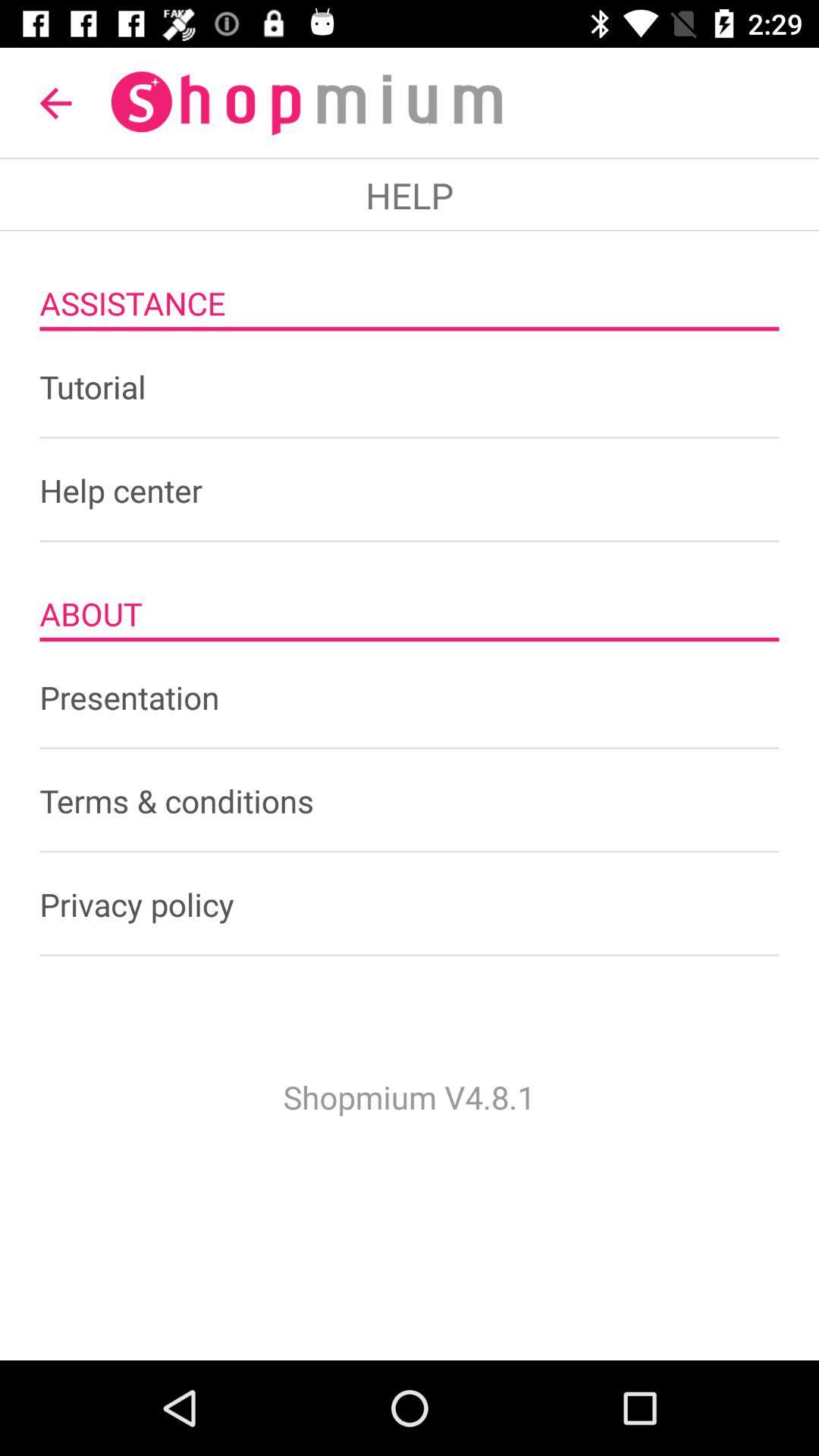  I want to click on the item below terms & conditions, so click(409, 904).